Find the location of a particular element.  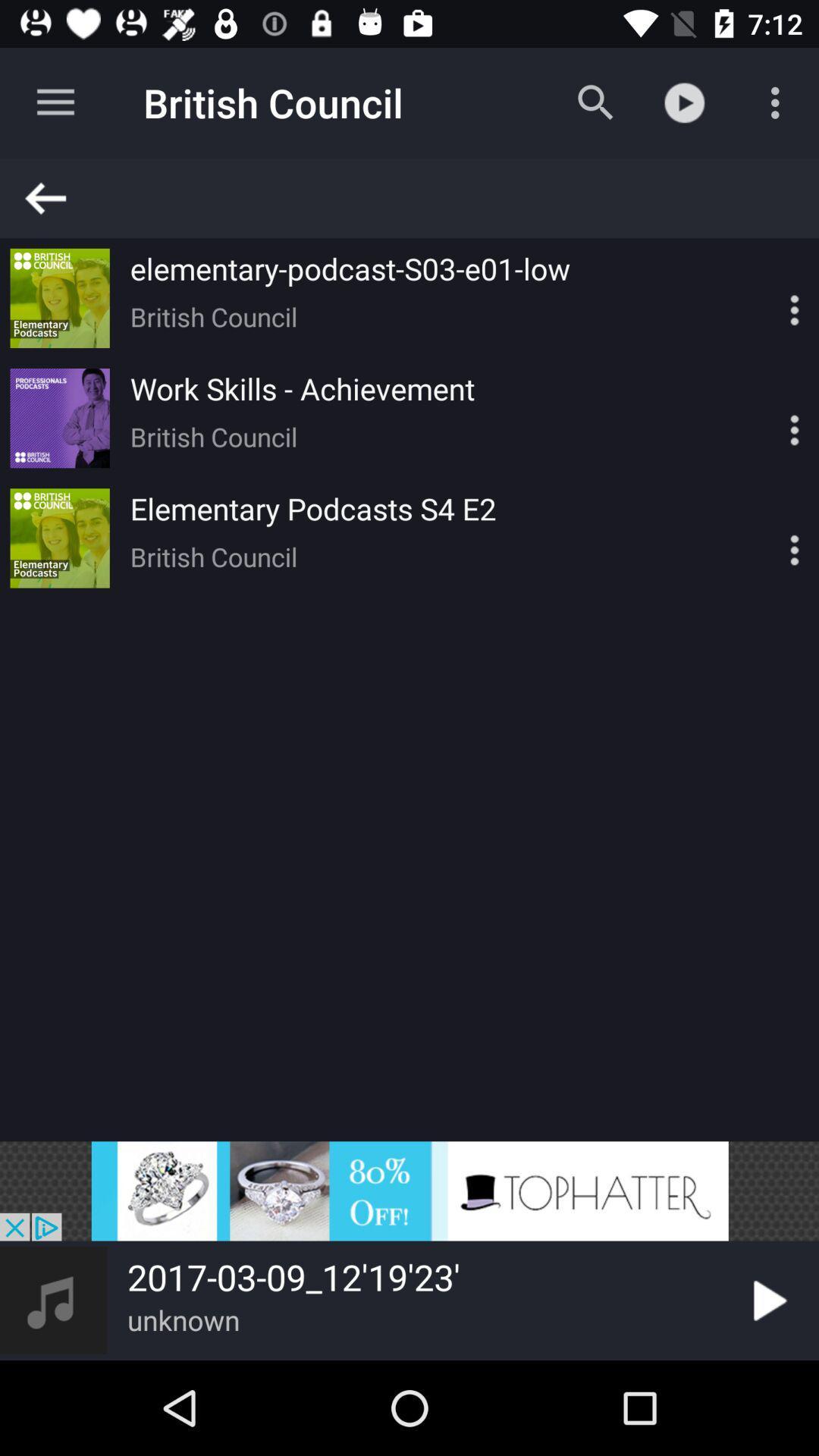

previous is located at coordinates (416, 197).